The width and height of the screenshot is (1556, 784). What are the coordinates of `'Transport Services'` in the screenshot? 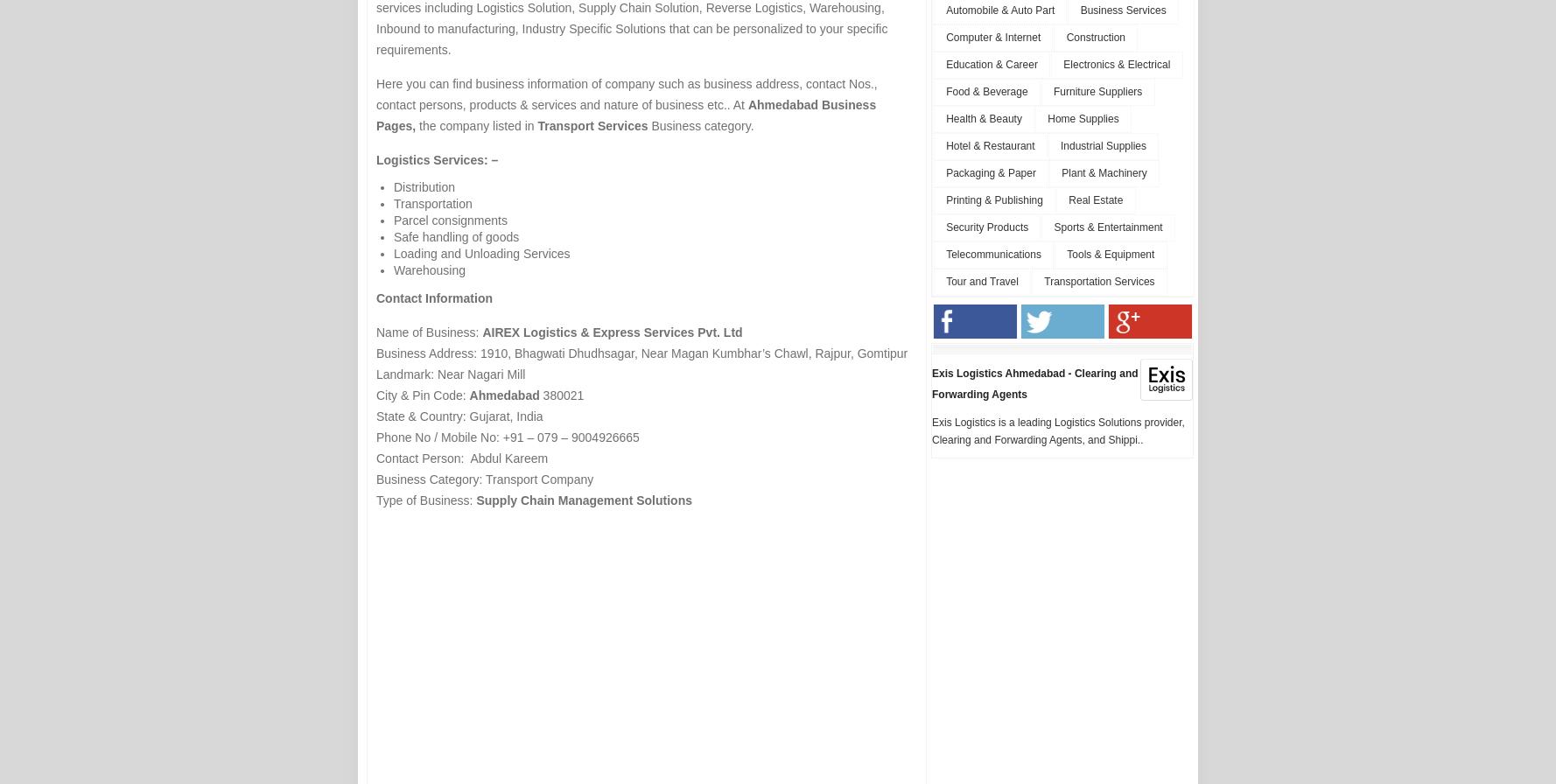 It's located at (592, 125).